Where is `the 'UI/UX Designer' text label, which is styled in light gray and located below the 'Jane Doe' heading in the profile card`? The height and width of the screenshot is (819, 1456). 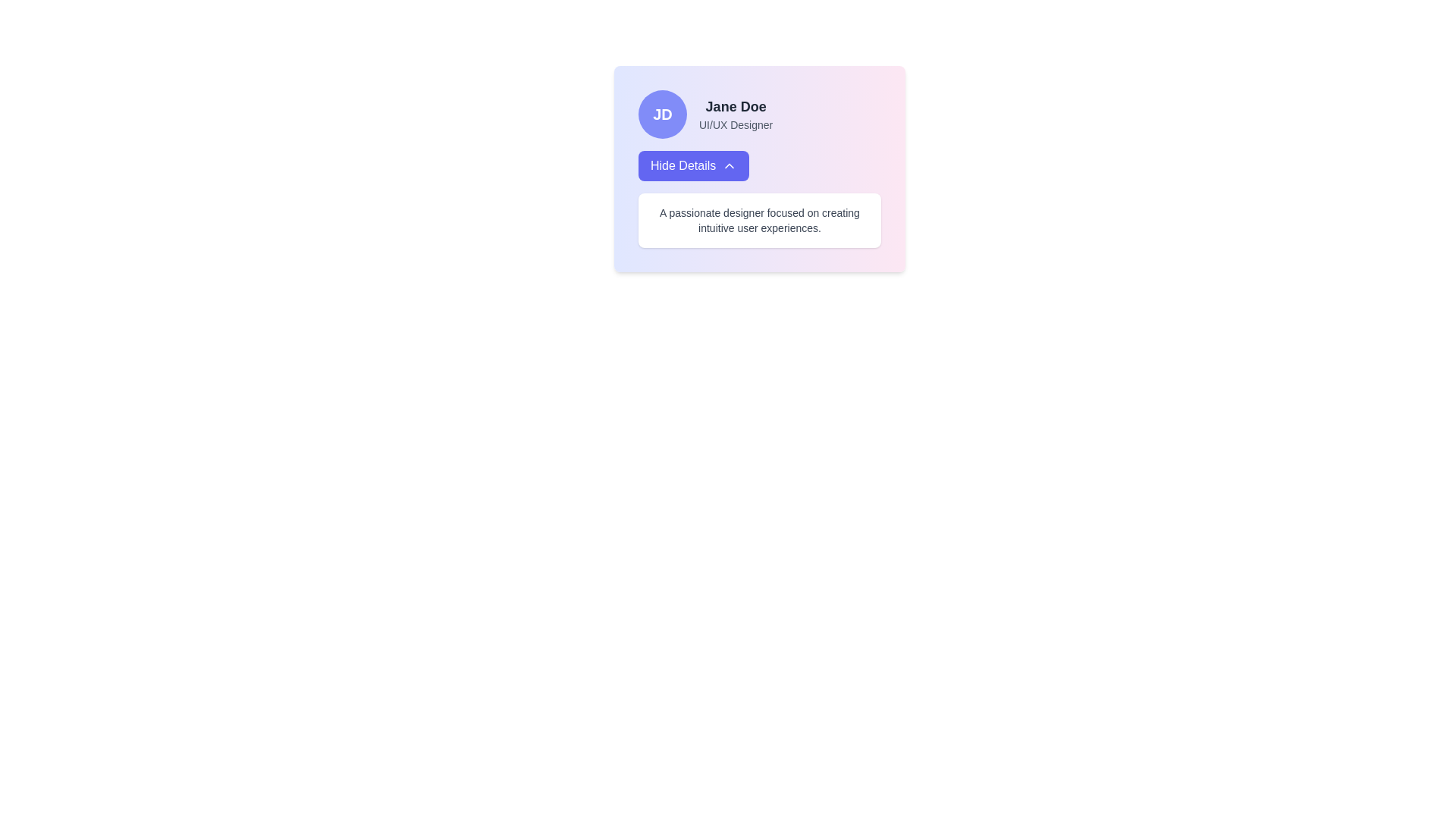
the 'UI/UX Designer' text label, which is styled in light gray and located below the 'Jane Doe' heading in the profile card is located at coordinates (736, 124).